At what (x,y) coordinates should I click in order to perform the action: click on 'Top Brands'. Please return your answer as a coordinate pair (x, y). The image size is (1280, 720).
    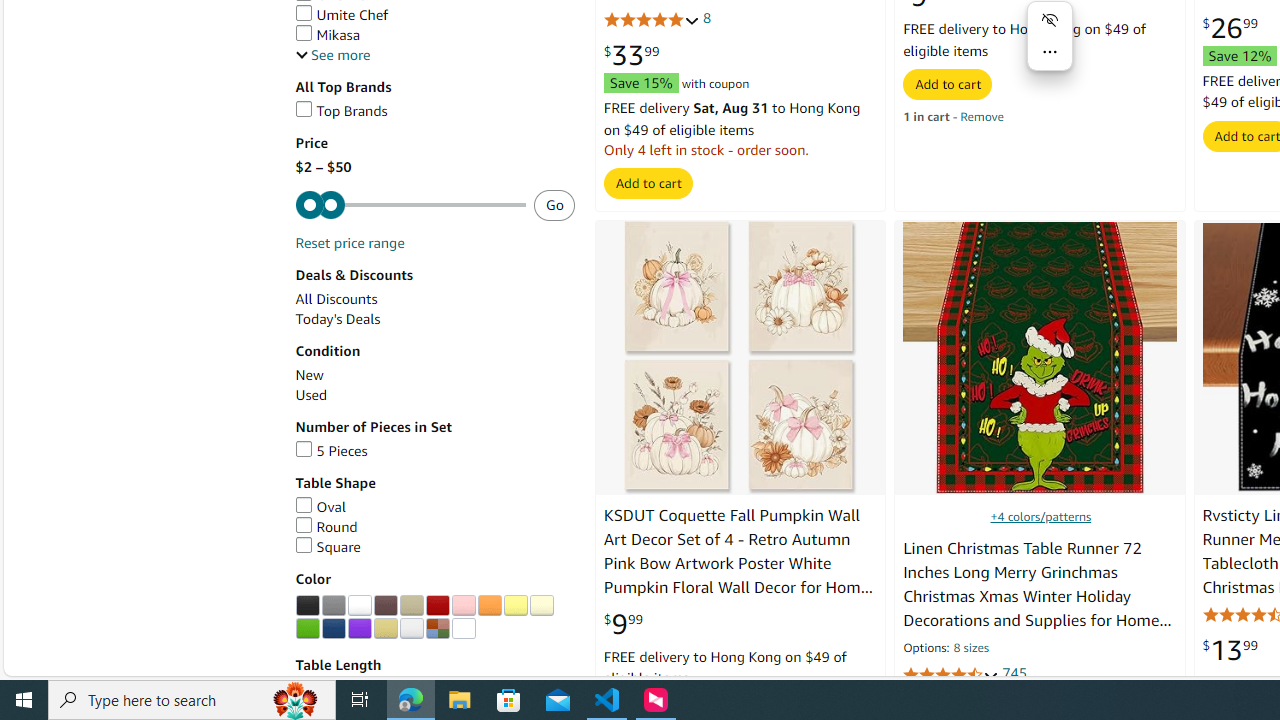
    Looking at the image, I should click on (433, 111).